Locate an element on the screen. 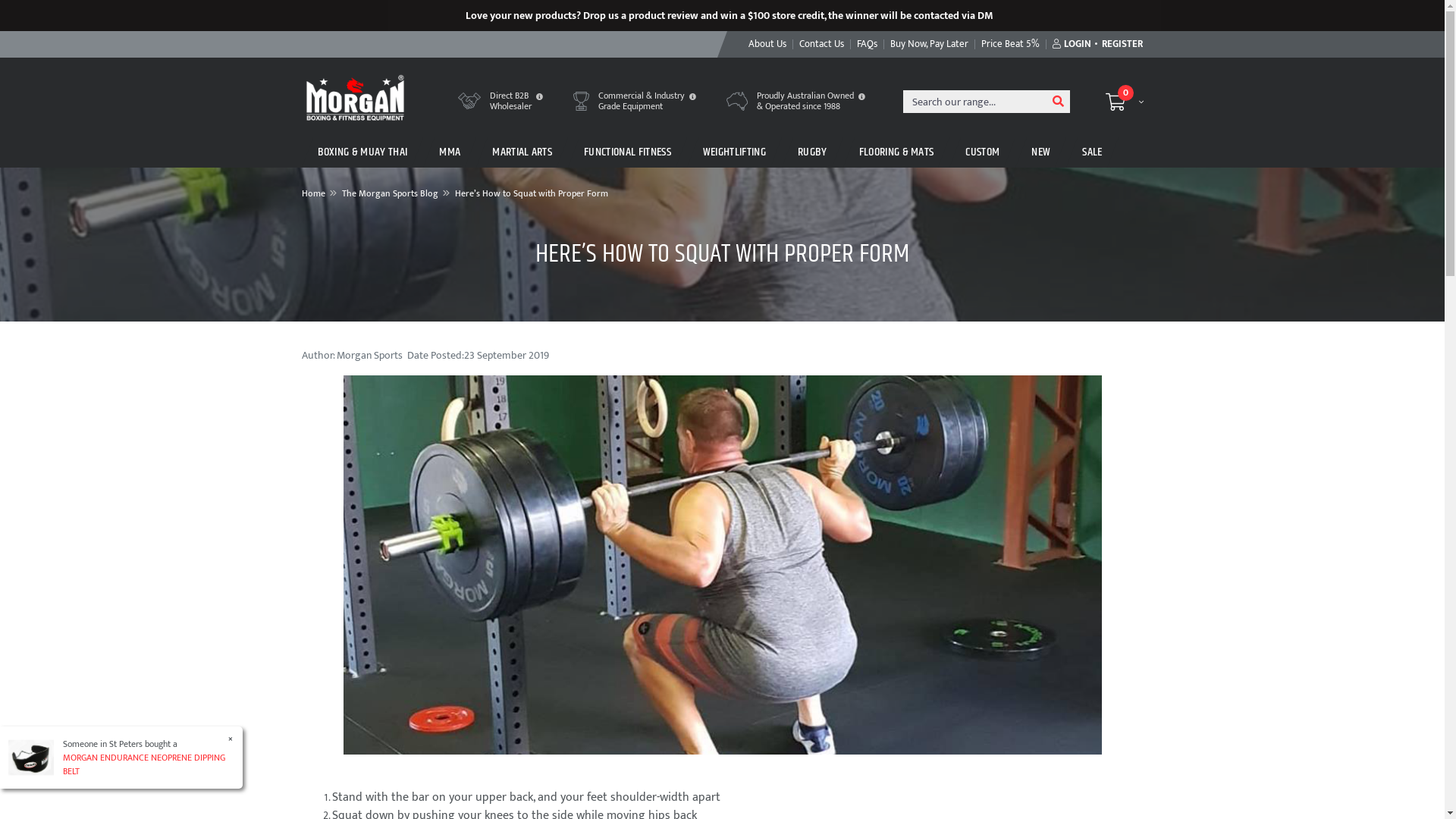 This screenshot has height=819, width=1456. 'Morgan Sports' is located at coordinates (354, 97).